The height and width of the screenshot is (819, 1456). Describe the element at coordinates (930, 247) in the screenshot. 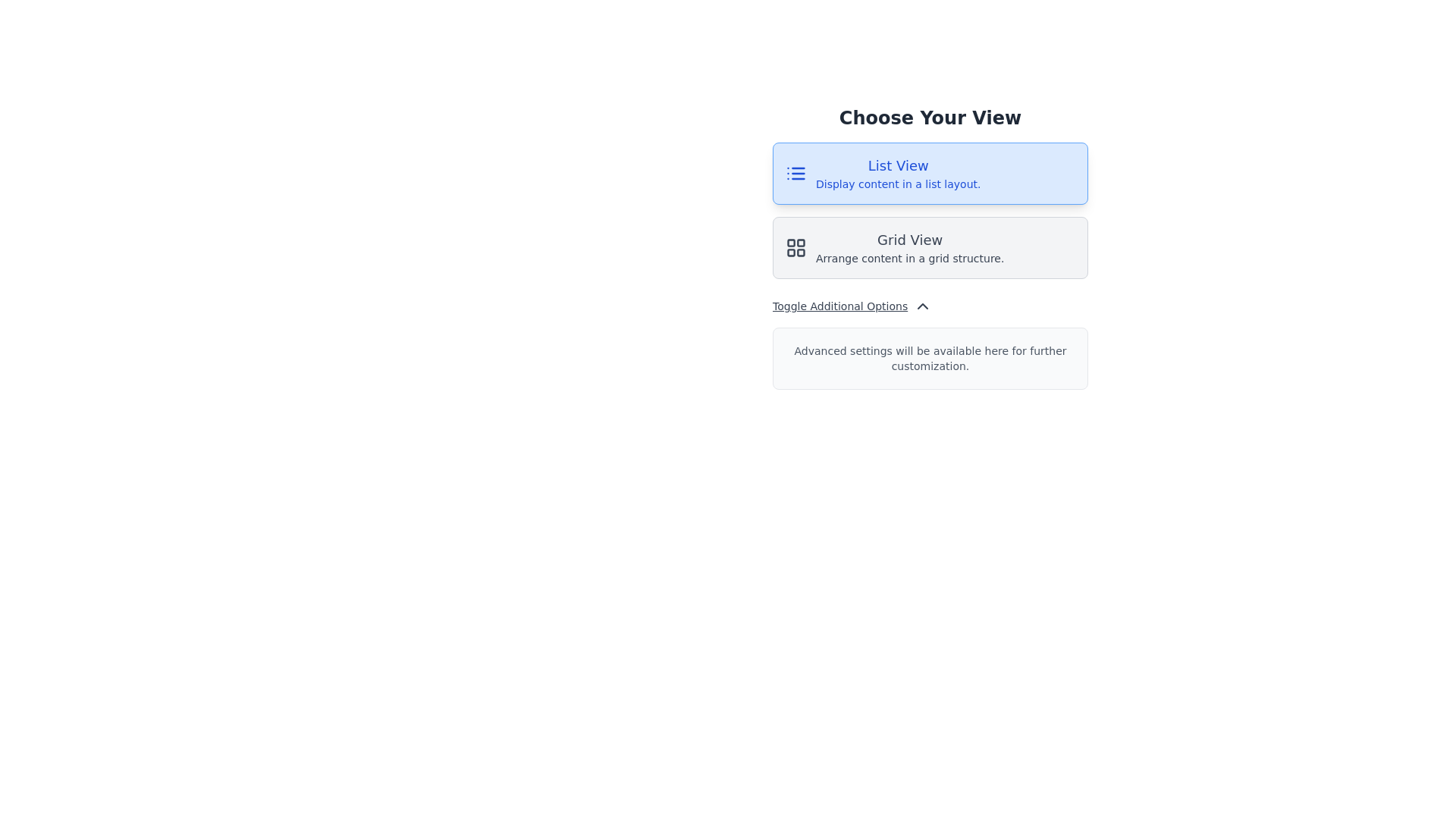

I see `the grid layout button located beneath the 'List View' button to indicate focus` at that location.